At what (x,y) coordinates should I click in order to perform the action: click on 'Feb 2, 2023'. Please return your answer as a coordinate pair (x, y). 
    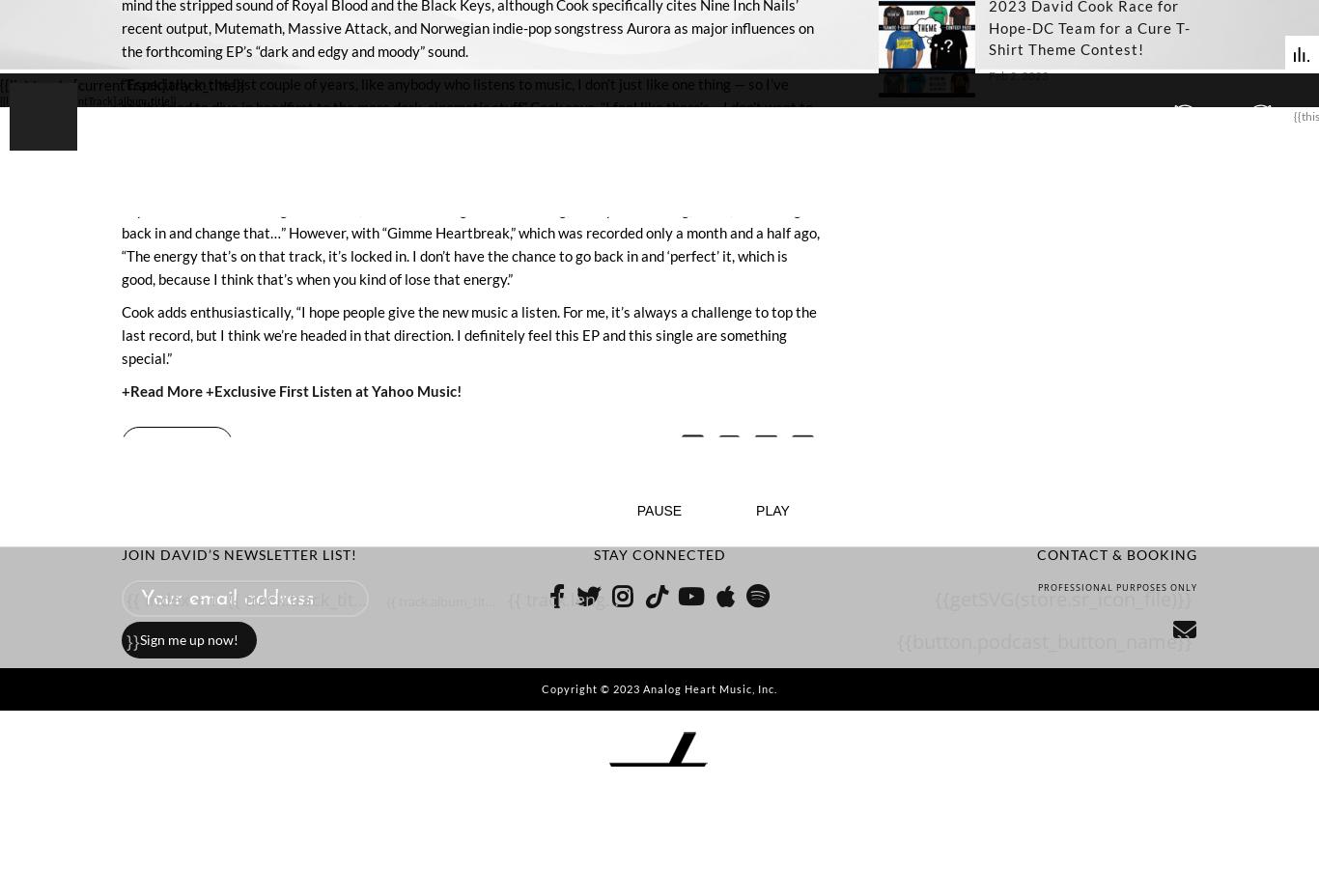
    Looking at the image, I should click on (1017, 73).